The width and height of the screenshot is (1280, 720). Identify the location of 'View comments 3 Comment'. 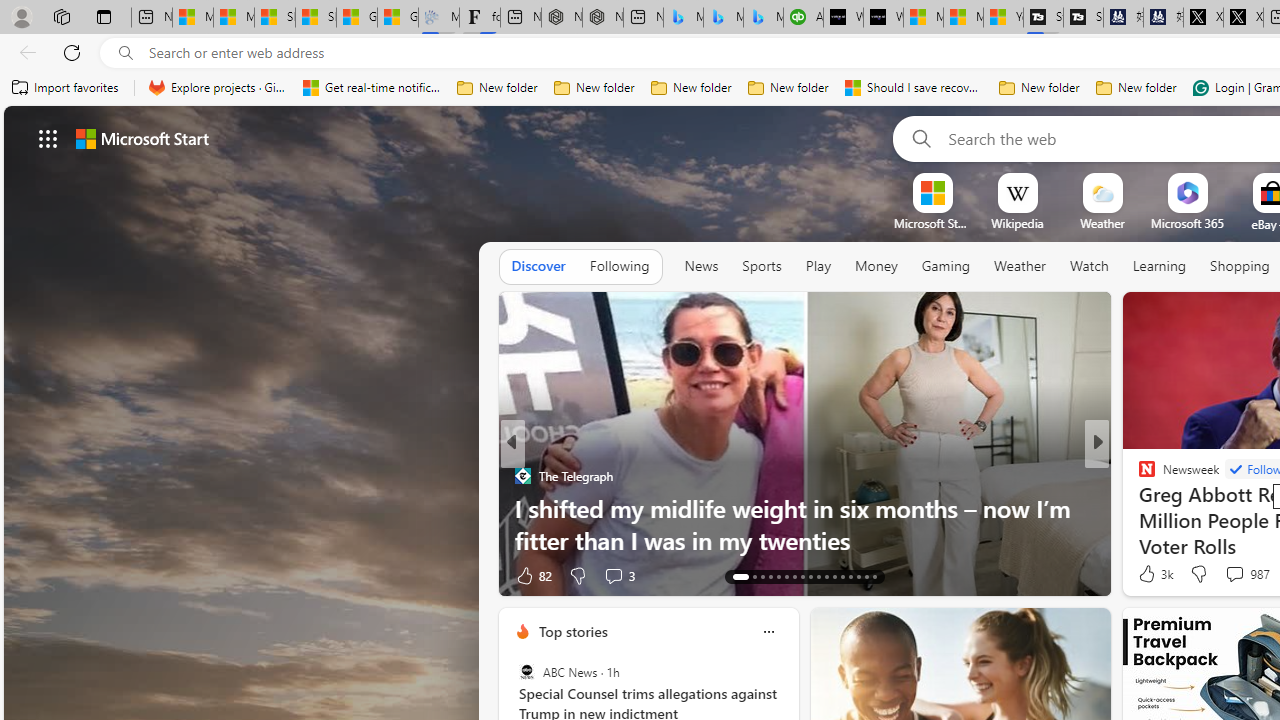
(617, 575).